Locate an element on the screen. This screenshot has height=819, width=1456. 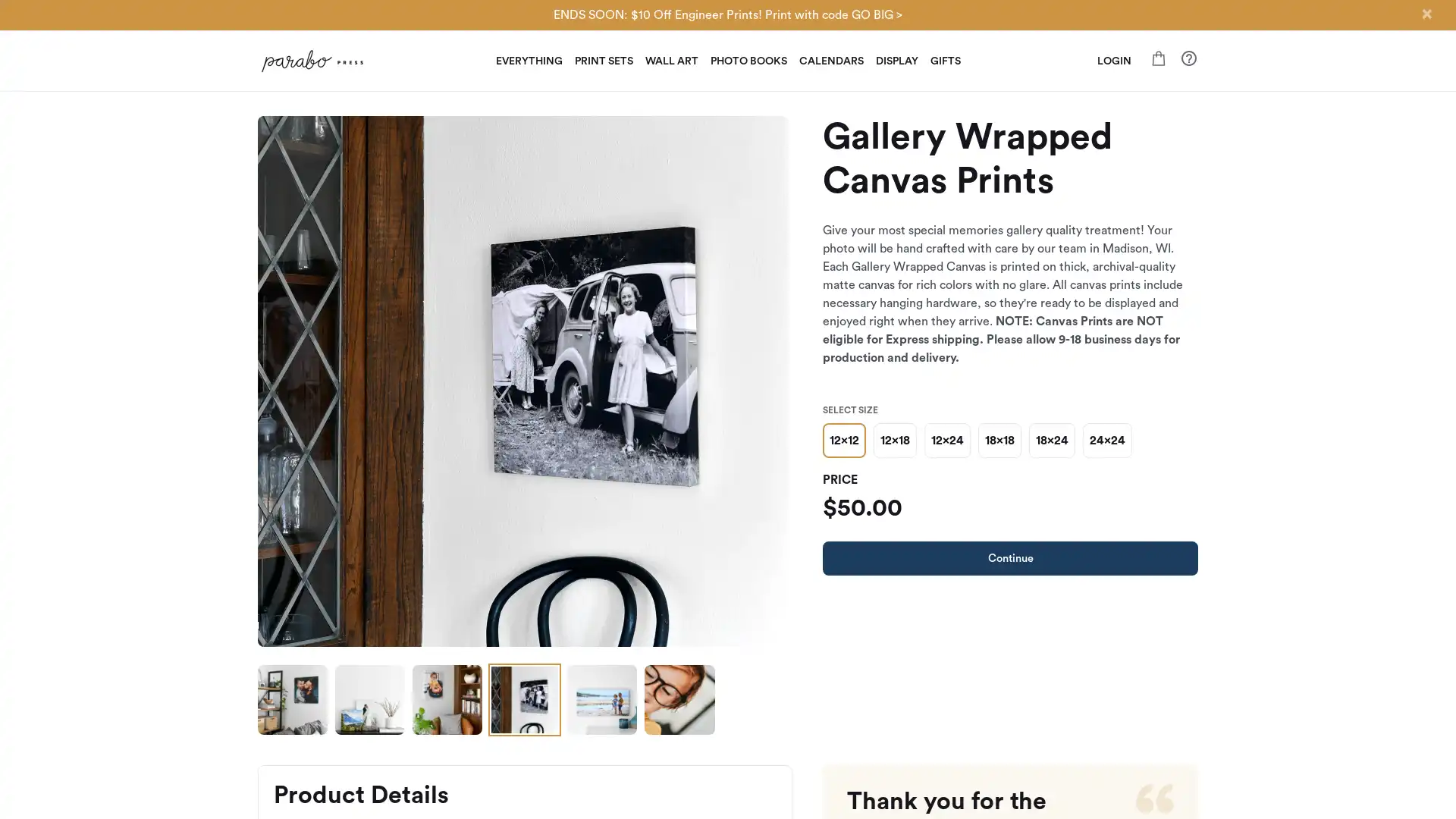
slide dot is located at coordinates (601, 699).